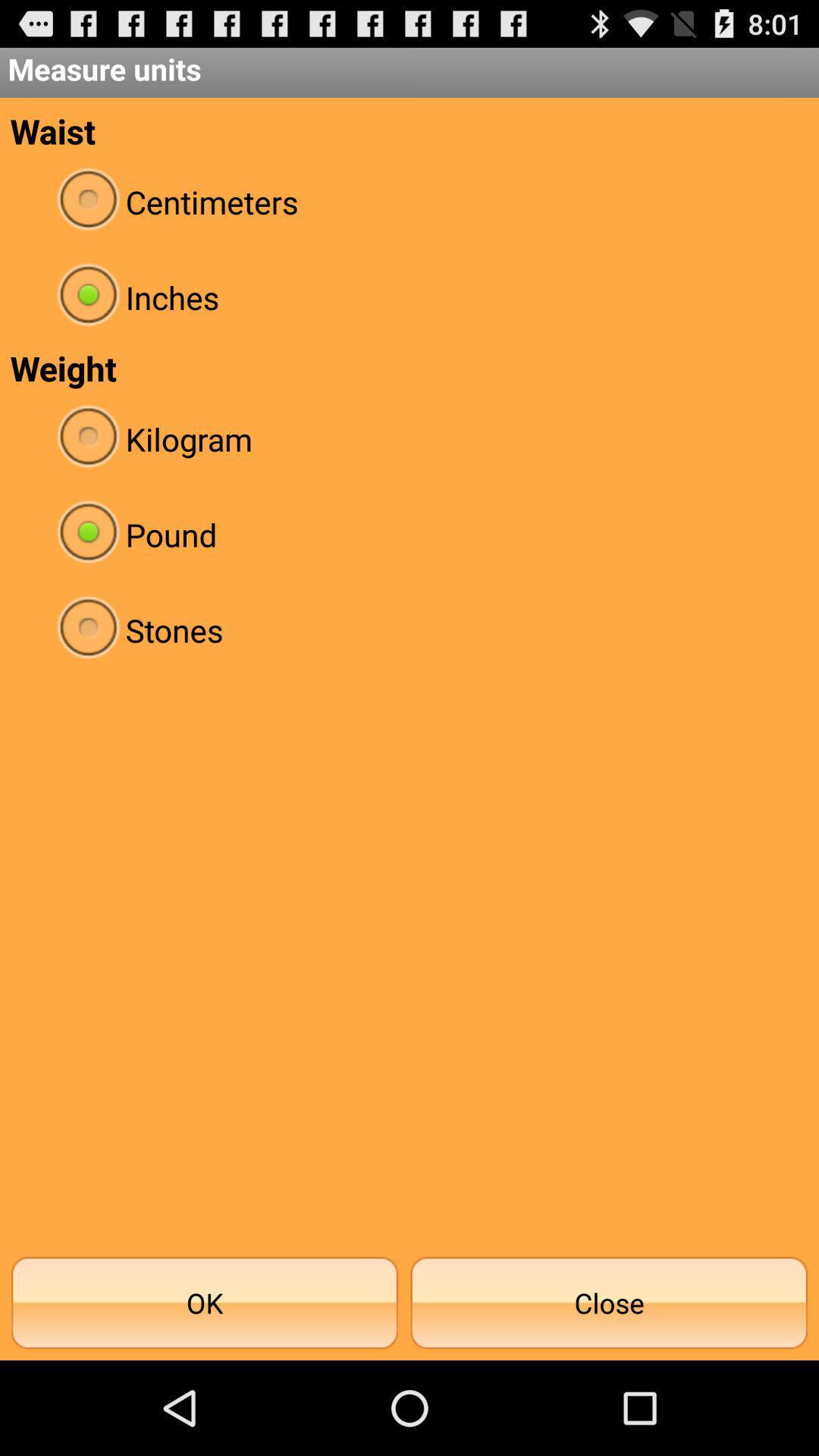 This screenshot has height=1456, width=819. What do you see at coordinates (409, 297) in the screenshot?
I see `inches` at bounding box center [409, 297].